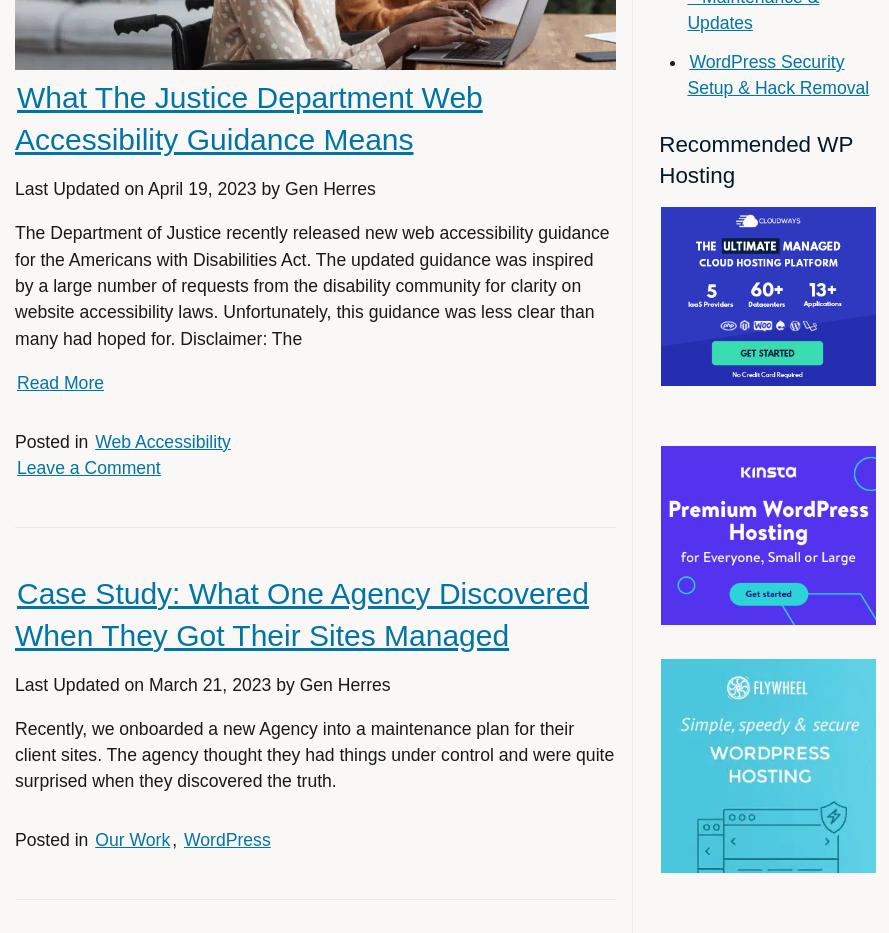 The width and height of the screenshot is (889, 933). I want to click on 'Recommended WP Hosting', so click(754, 160).